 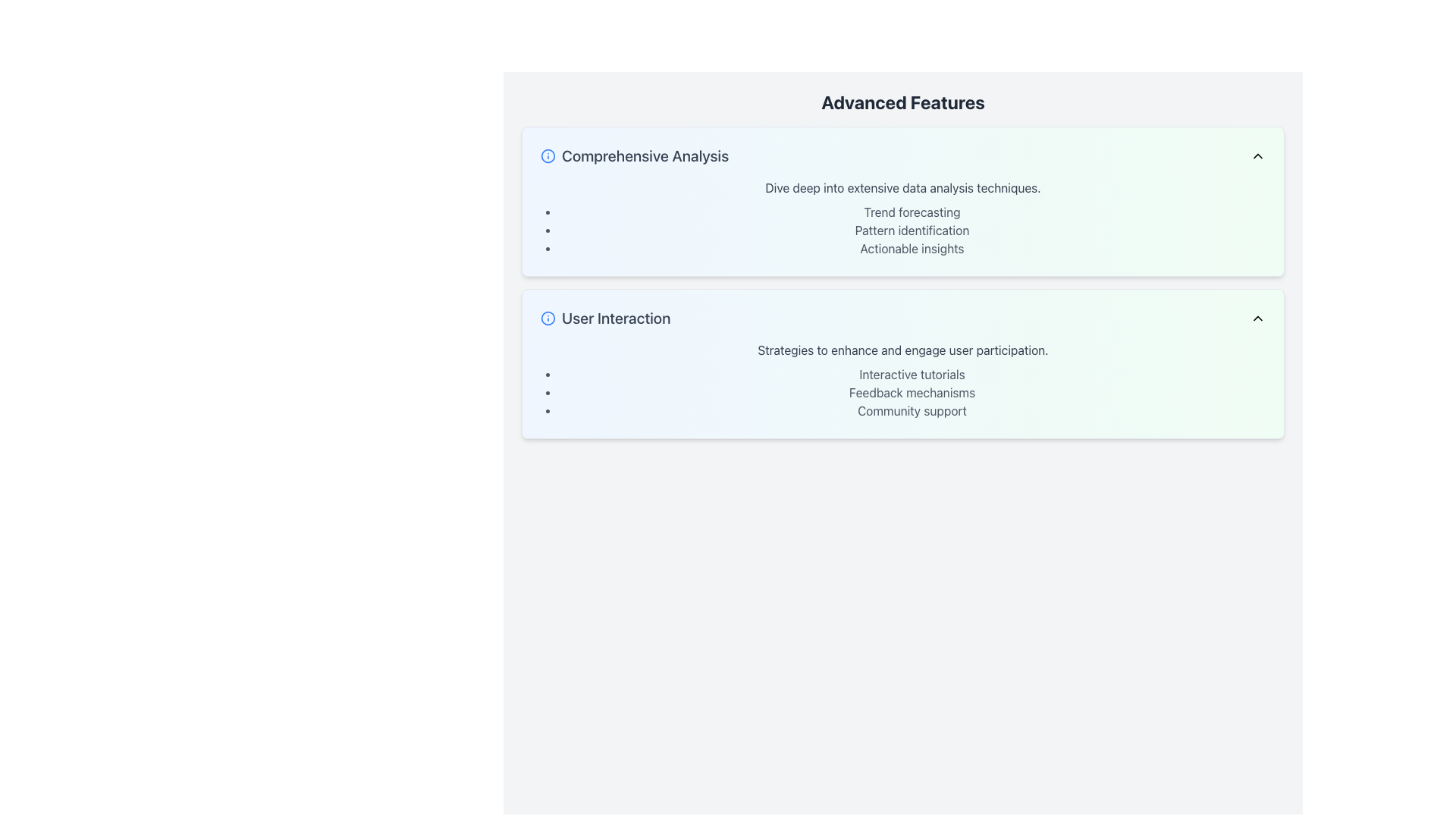 I want to click on the static text element that highlights a feature under the 'Comprehensive Analysis' category, specifically the third item in the bulleted list, so click(x=912, y=247).